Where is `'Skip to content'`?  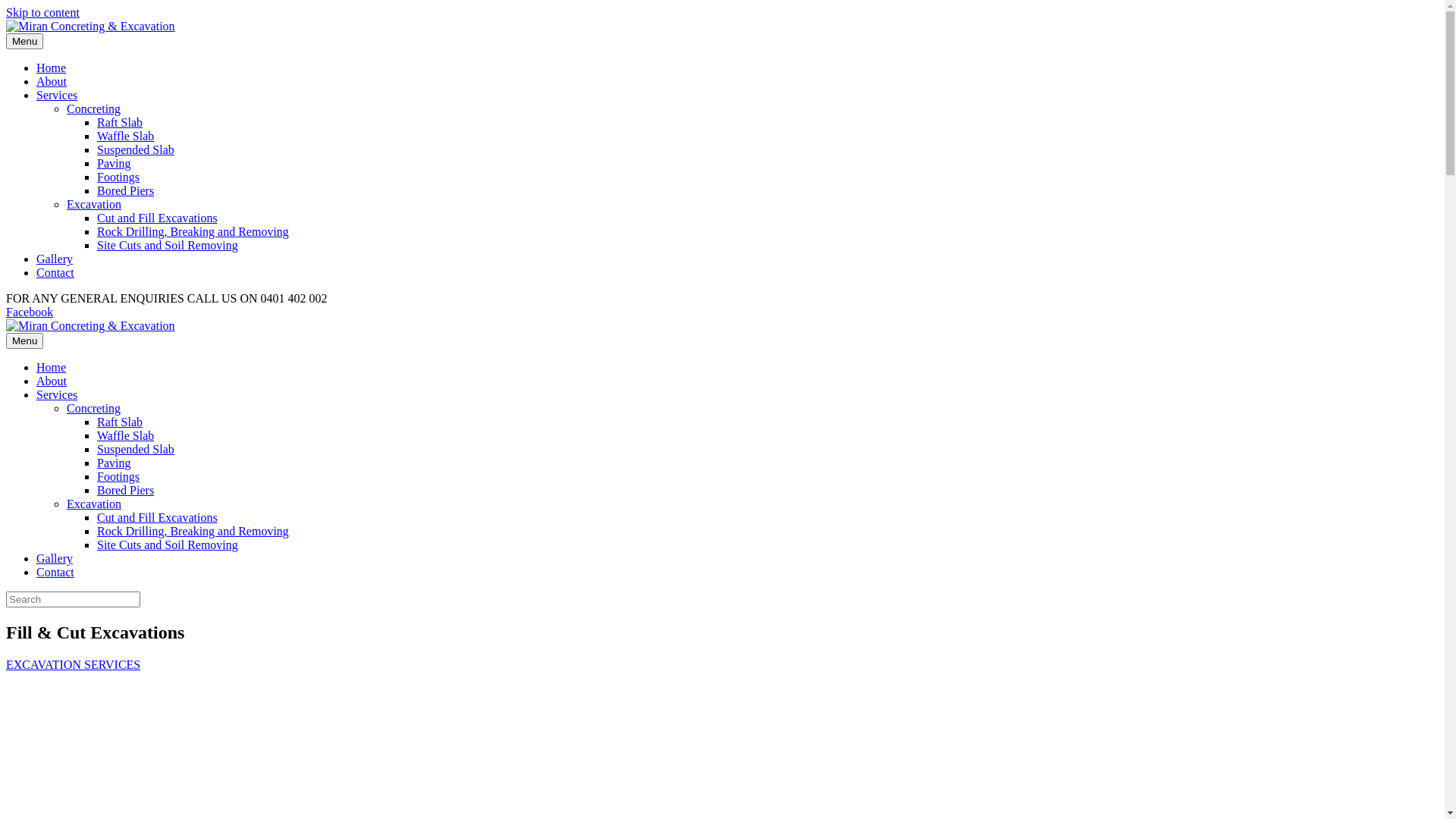
'Skip to content' is located at coordinates (42, 12).